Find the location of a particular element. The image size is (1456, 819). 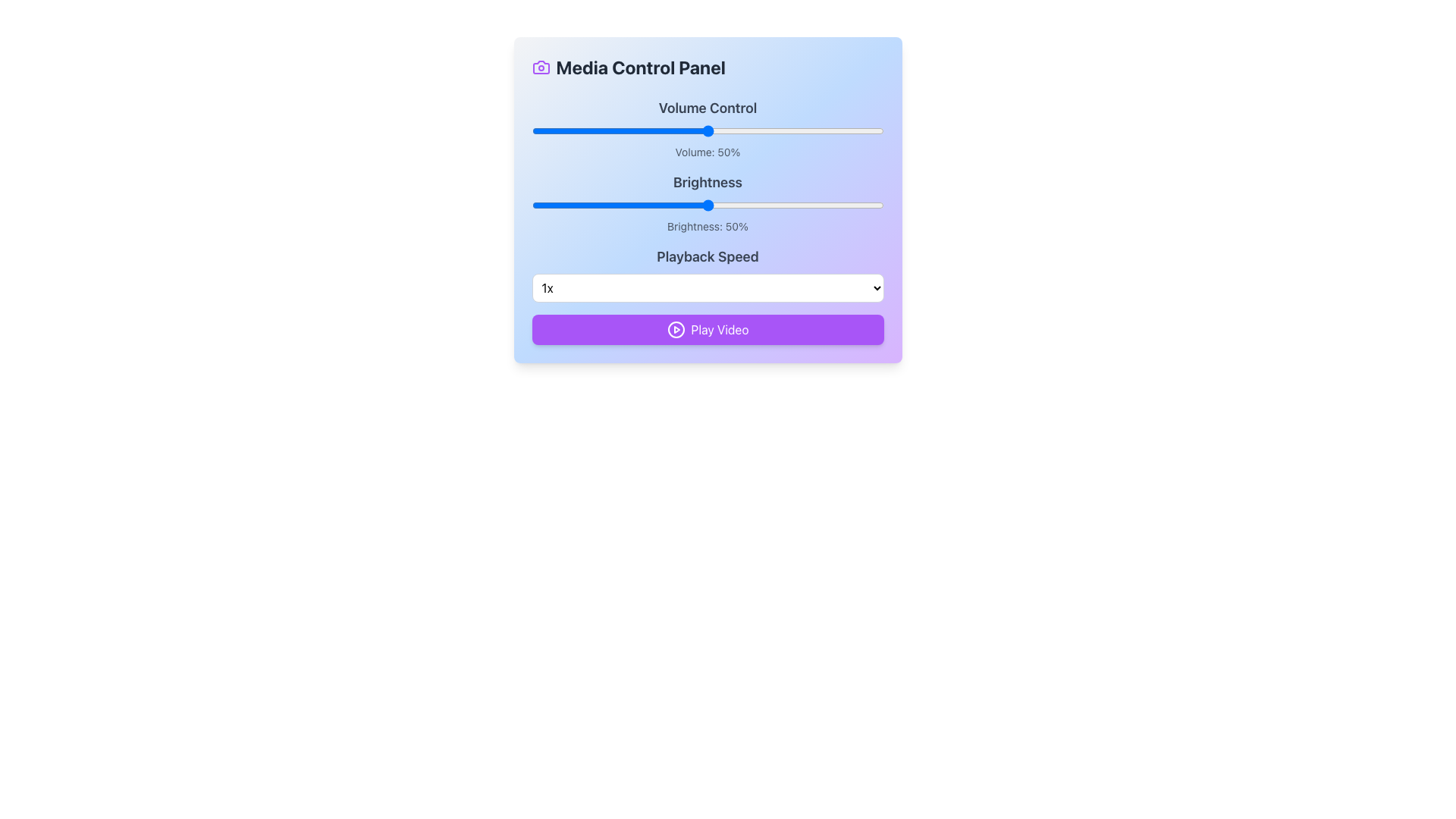

volume is located at coordinates (672, 130).